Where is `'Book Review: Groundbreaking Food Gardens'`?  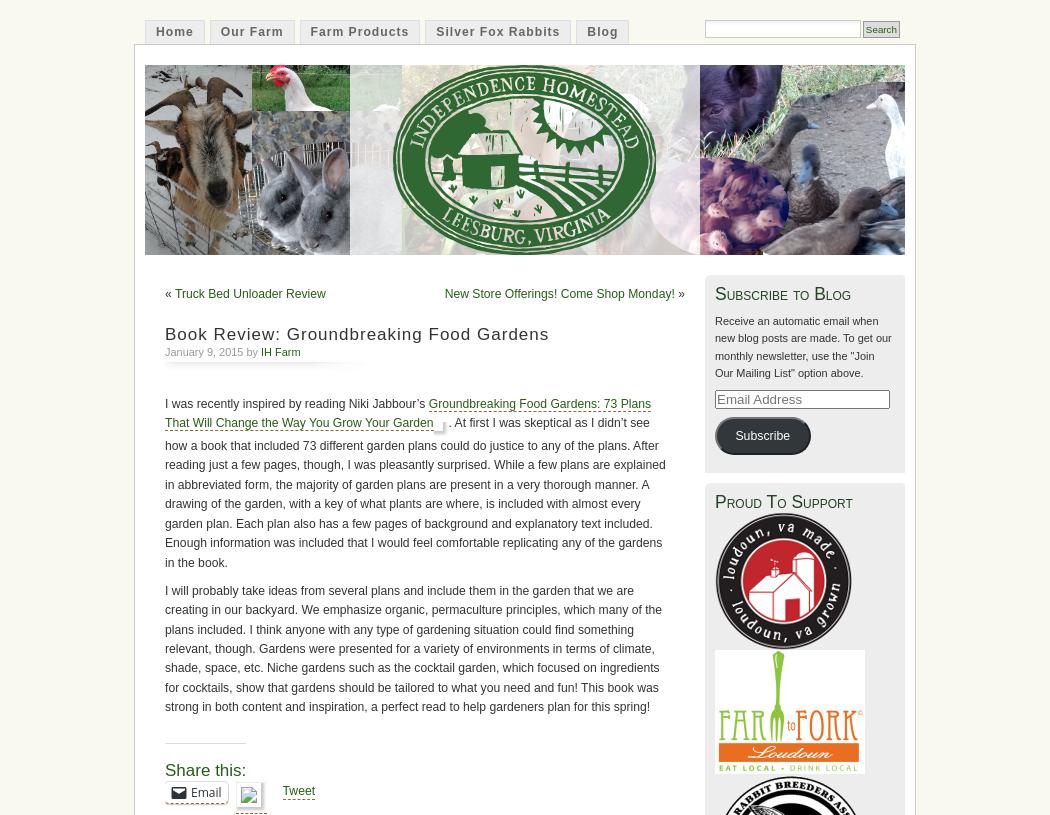 'Book Review: Groundbreaking Food Gardens' is located at coordinates (356, 332).